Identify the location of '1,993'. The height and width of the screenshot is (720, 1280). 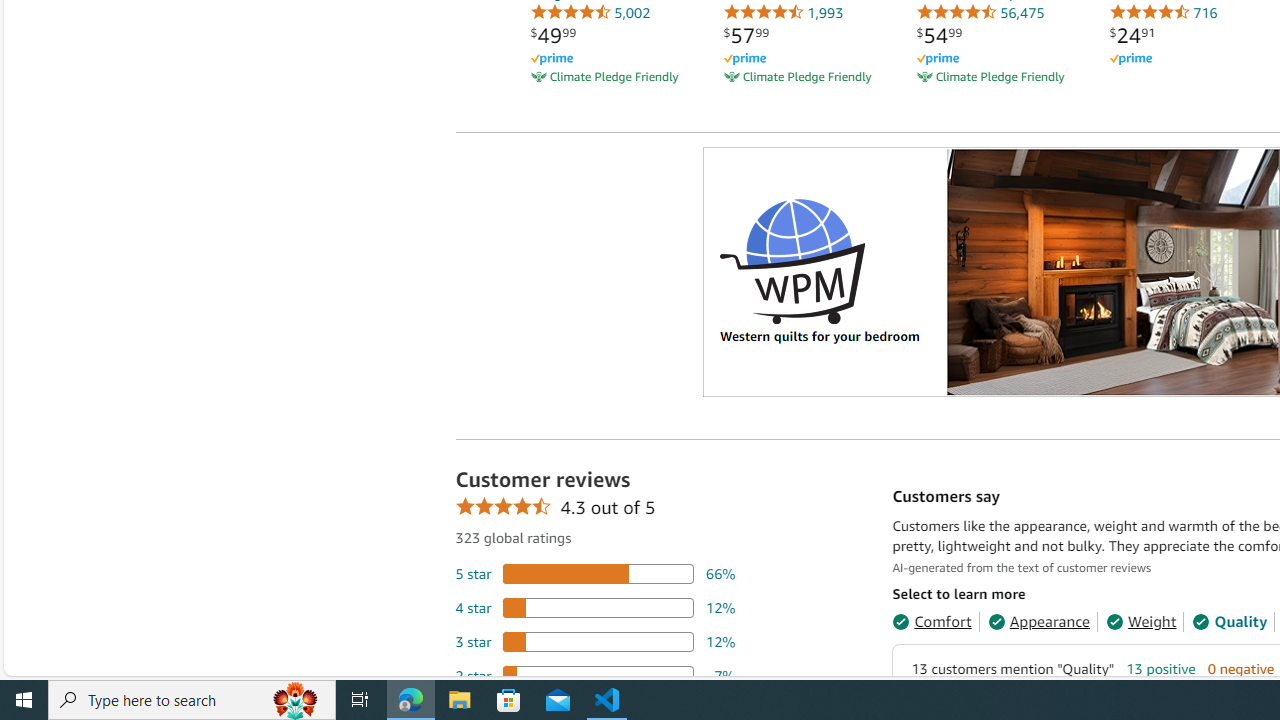
(782, 12).